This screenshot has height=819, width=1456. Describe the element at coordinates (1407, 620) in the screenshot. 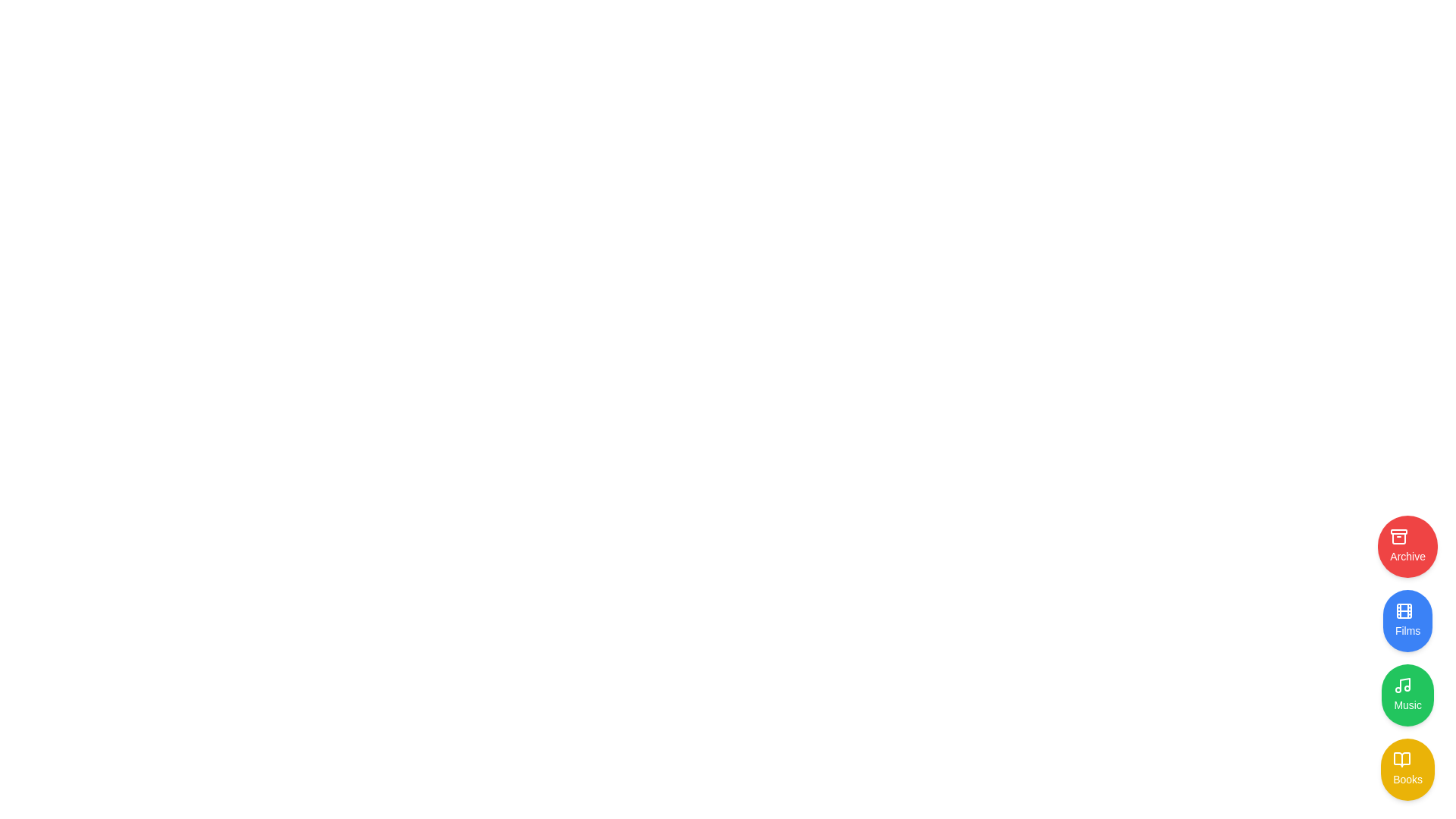

I see `the button located below the 'Archive' button and above the 'Music' button to trigger a visual response` at that location.